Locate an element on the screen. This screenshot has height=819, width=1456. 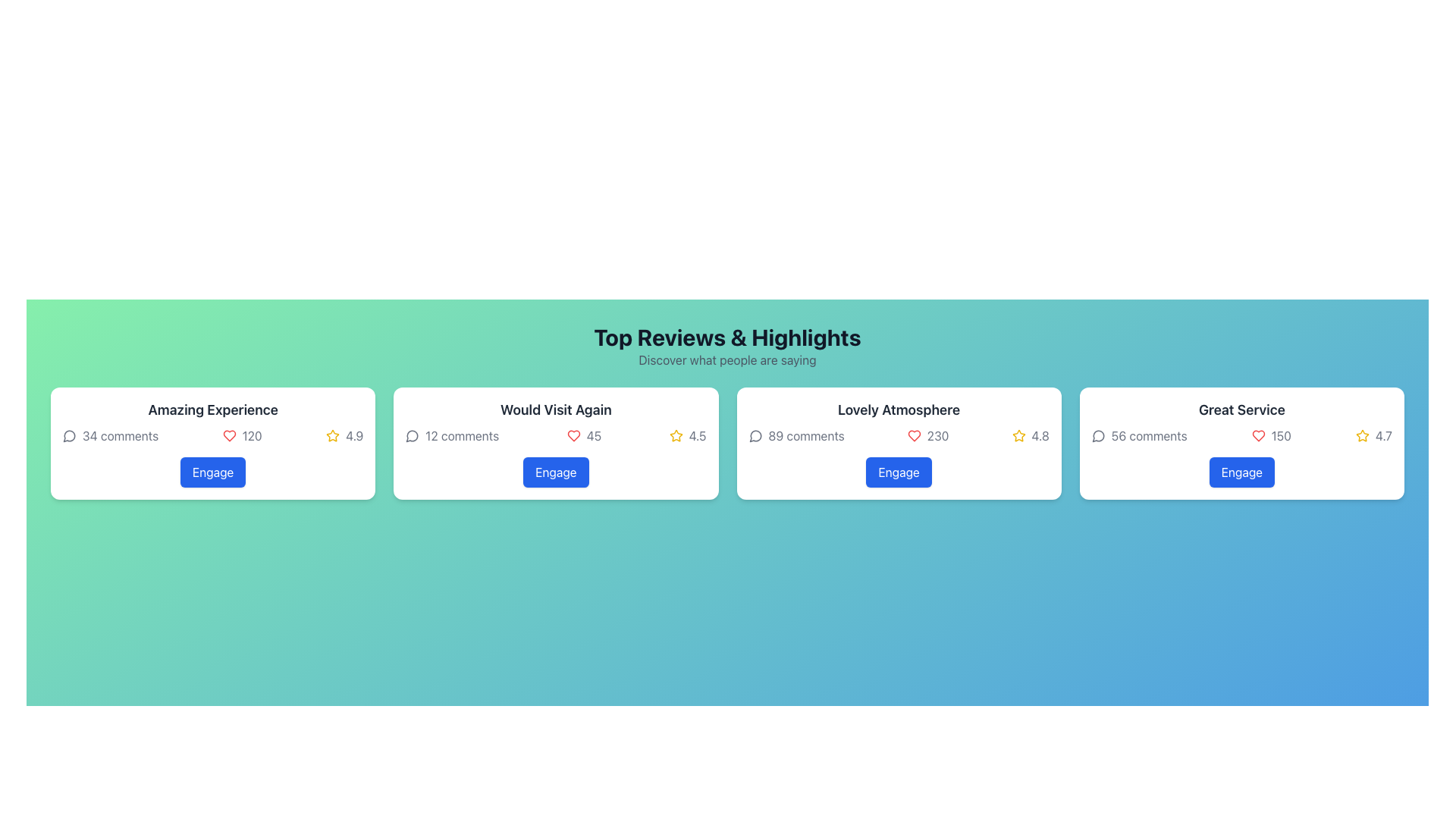
the Rating Display element located in the bottom-right section of the card under the 'Great Service' heading, which is the third component after the text '150' with a heart icon is located at coordinates (1373, 435).